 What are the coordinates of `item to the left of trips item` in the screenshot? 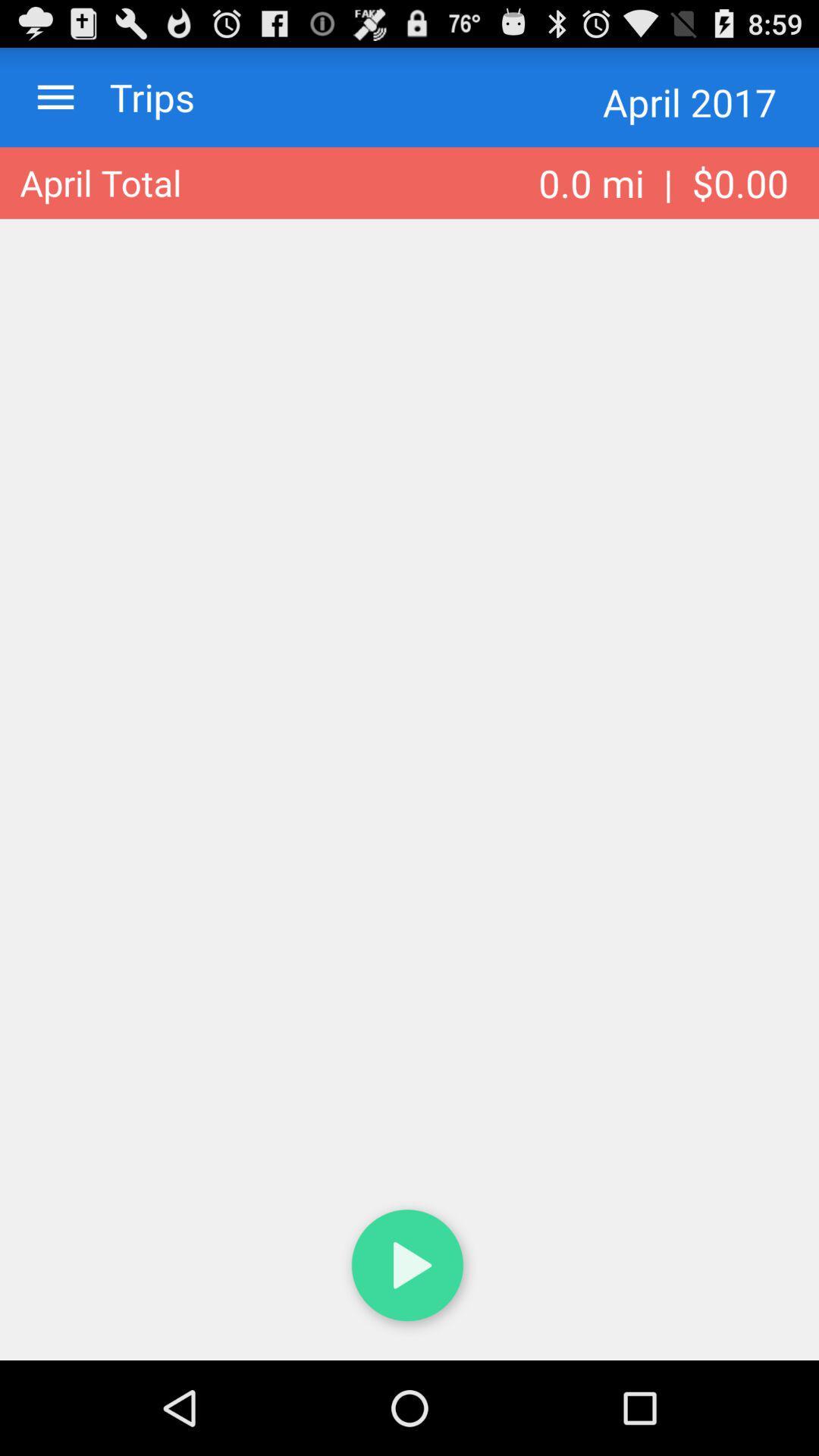 It's located at (55, 96).